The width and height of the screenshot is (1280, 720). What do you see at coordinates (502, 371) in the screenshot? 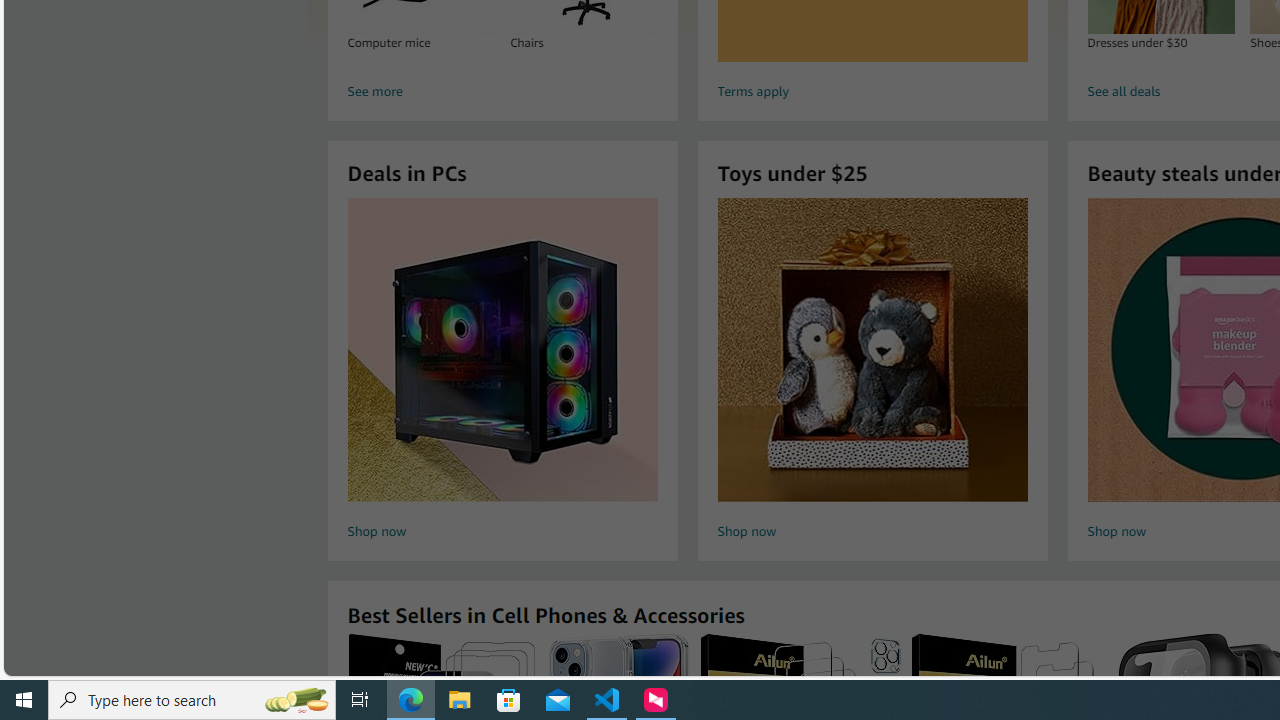
I see `'Deals in PCs Shop now'` at bounding box center [502, 371].